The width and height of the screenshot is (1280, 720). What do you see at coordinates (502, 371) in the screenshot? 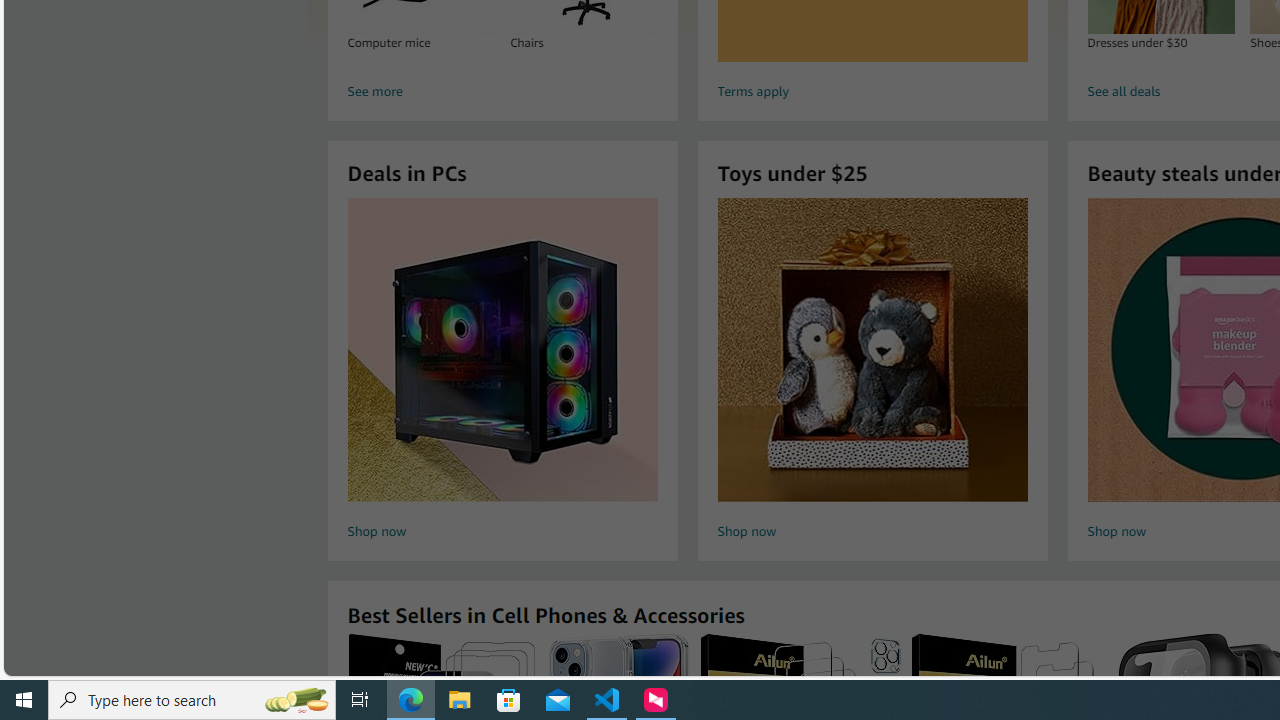
I see `'Deals in PCs Shop now'` at bounding box center [502, 371].